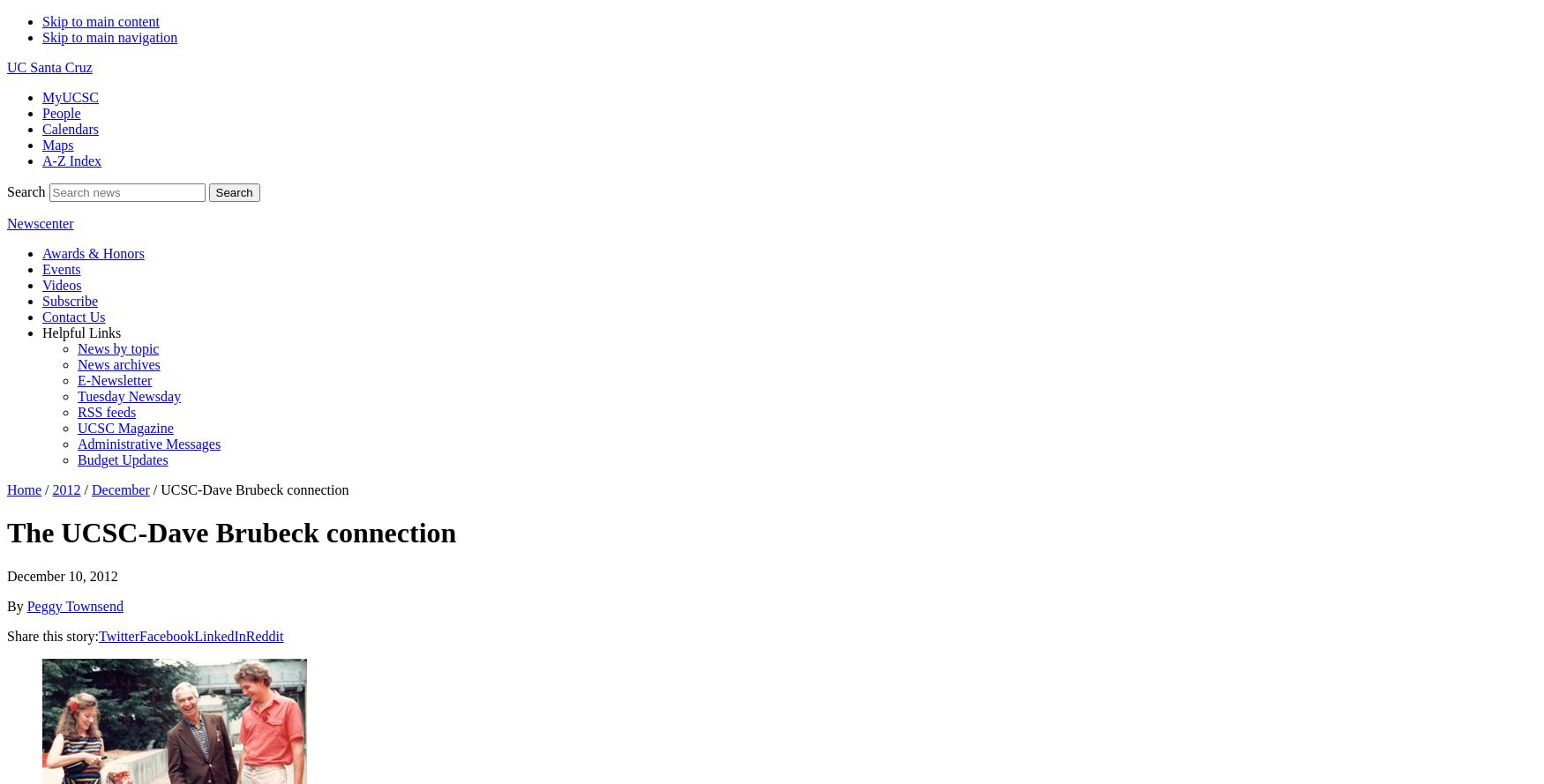 This screenshot has height=784, width=1544. What do you see at coordinates (71, 161) in the screenshot?
I see `'A-Z Index'` at bounding box center [71, 161].